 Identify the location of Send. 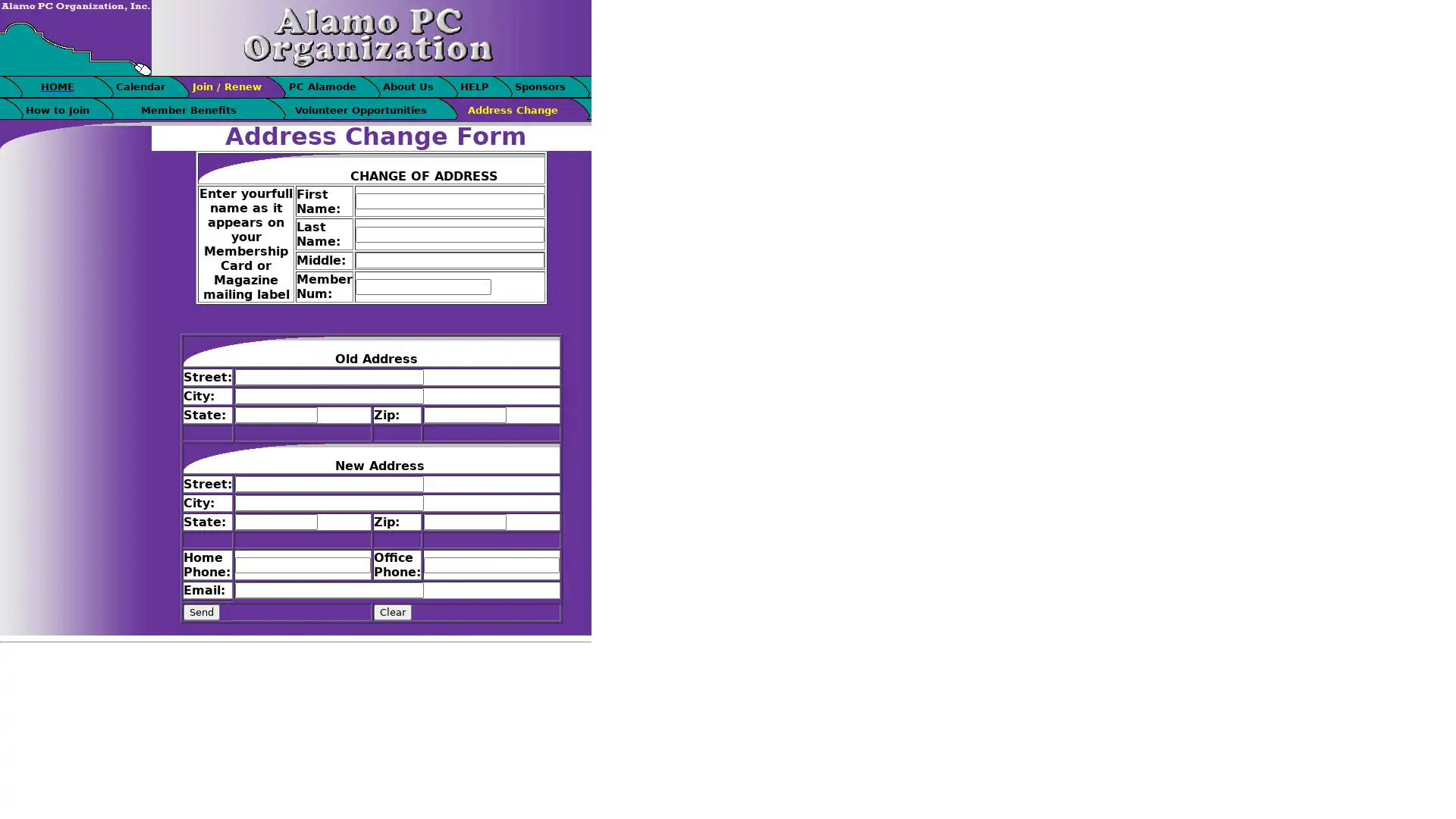
(200, 611).